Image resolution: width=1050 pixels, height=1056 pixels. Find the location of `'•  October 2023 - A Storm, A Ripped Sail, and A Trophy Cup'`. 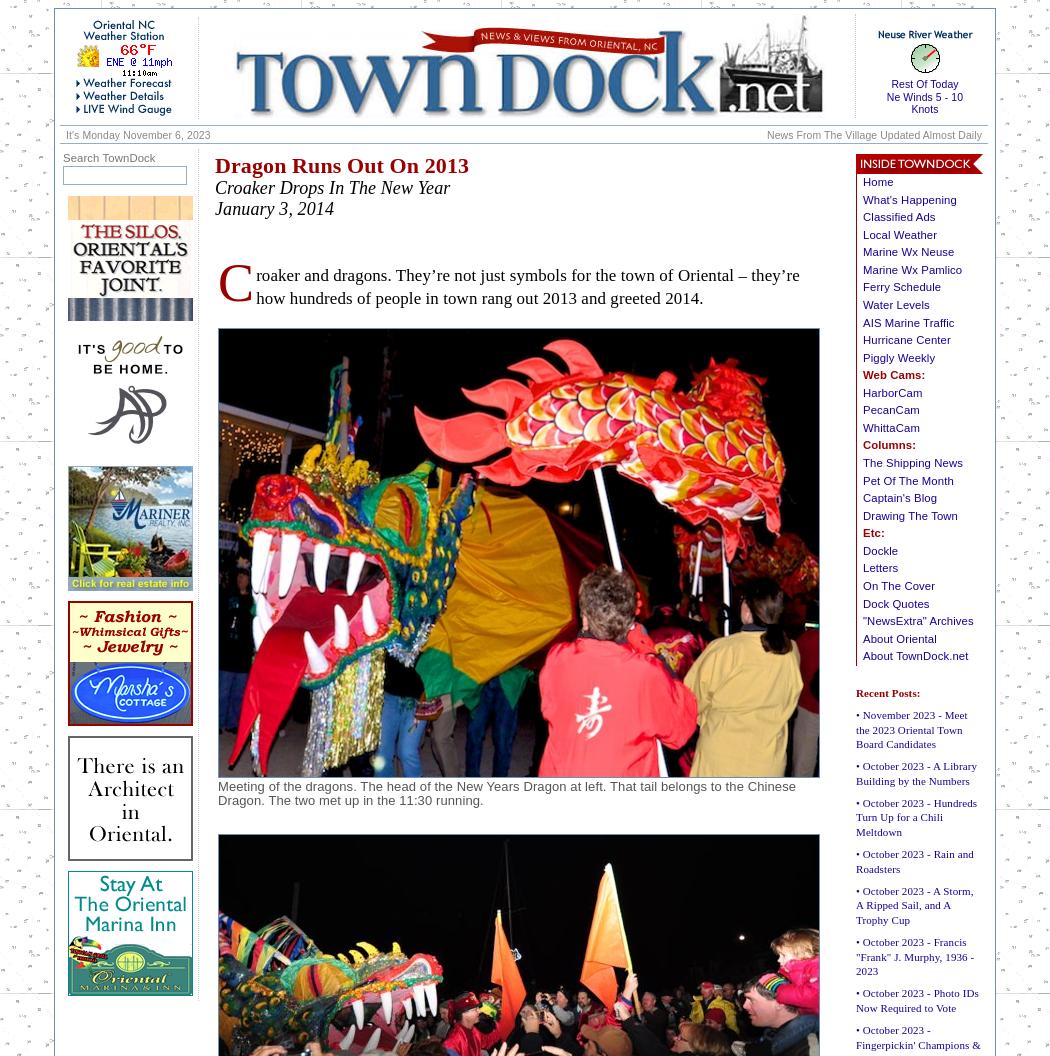

'•  October 2023 - A Storm, A Ripped Sail, and A Trophy Cup' is located at coordinates (914, 903).